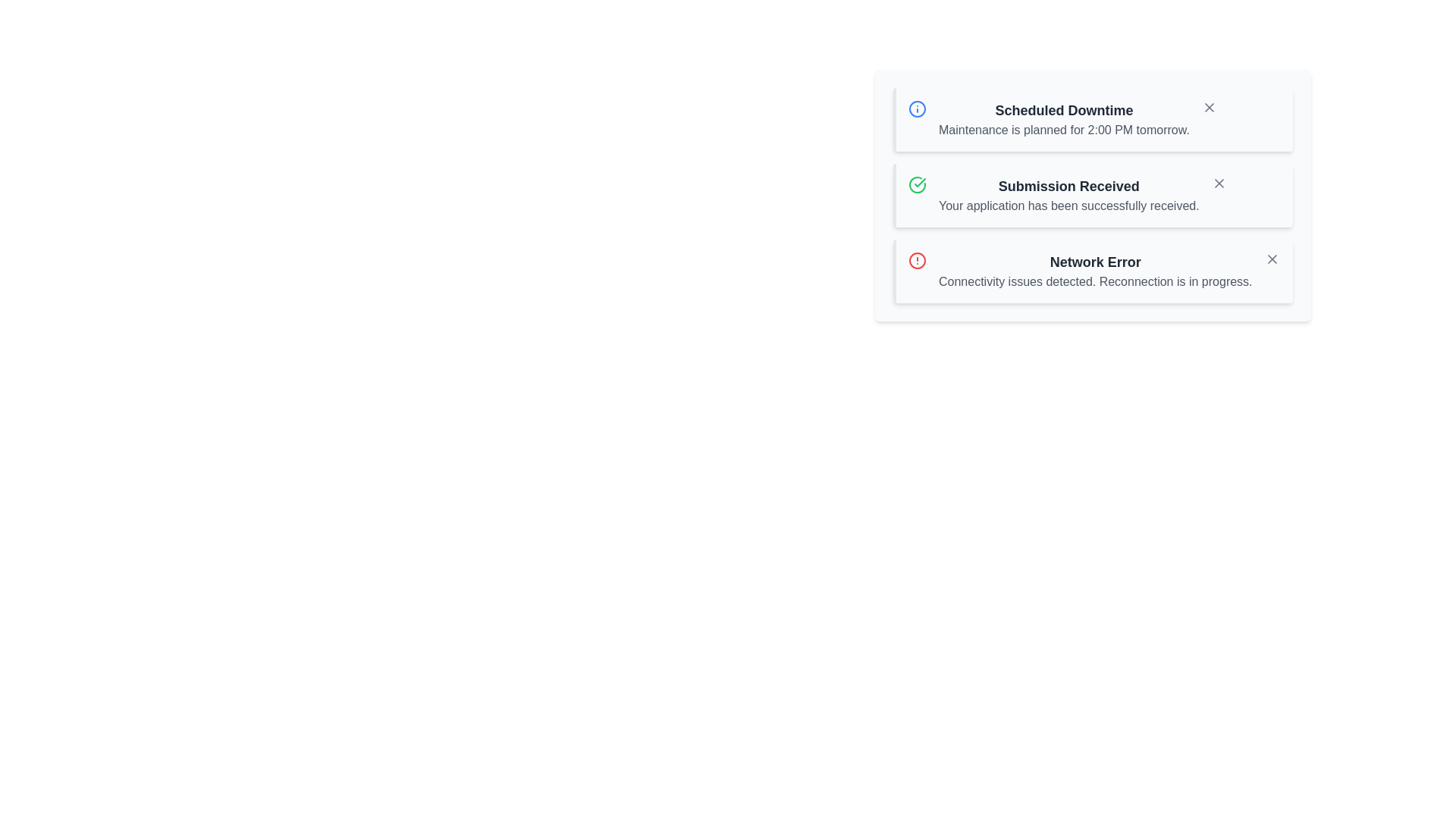  What do you see at coordinates (916, 108) in the screenshot?
I see `the icon located on the far left of the topmost card titled 'Scheduled Downtime' in the vertical list of notifications` at bounding box center [916, 108].